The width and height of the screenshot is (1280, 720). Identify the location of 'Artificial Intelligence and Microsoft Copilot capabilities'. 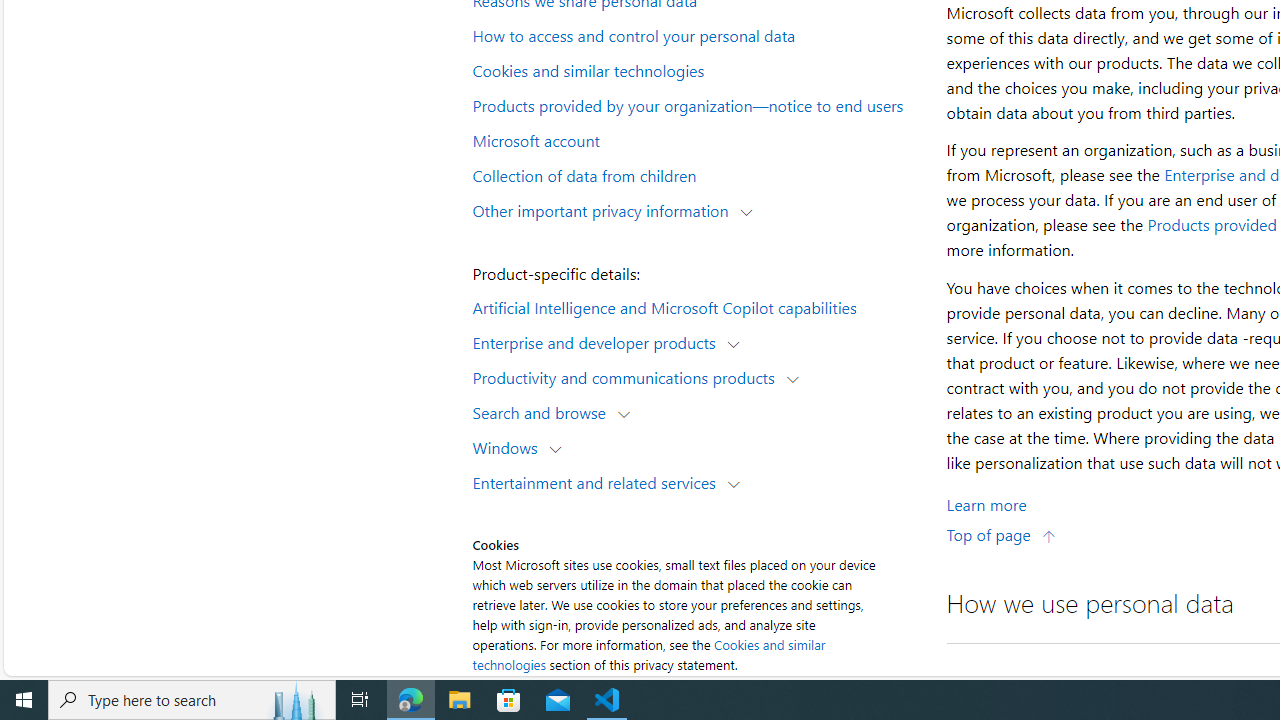
(696, 306).